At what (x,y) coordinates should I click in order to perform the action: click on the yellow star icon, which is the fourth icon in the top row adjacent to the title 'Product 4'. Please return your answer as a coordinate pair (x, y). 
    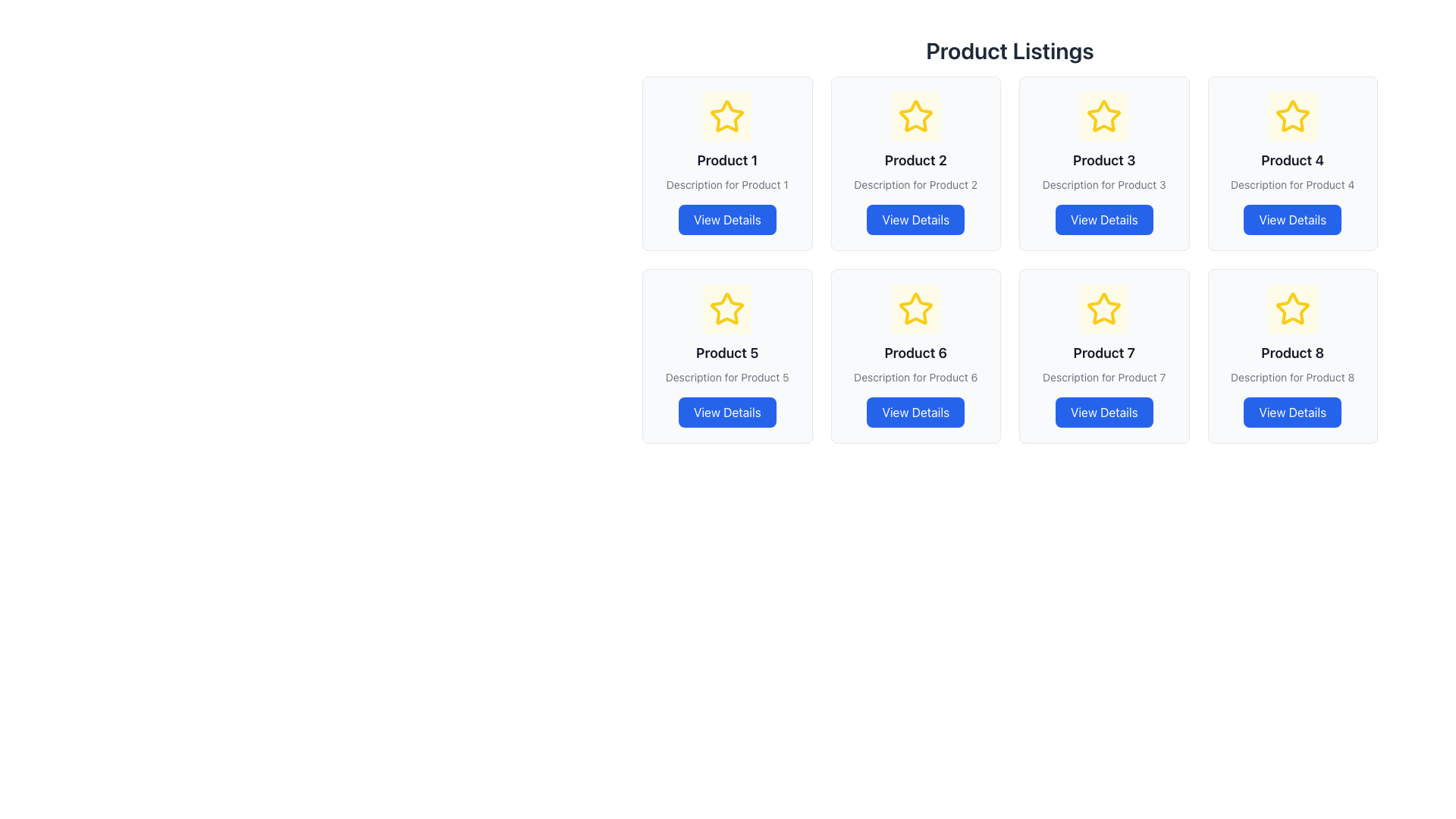
    Looking at the image, I should click on (1291, 115).